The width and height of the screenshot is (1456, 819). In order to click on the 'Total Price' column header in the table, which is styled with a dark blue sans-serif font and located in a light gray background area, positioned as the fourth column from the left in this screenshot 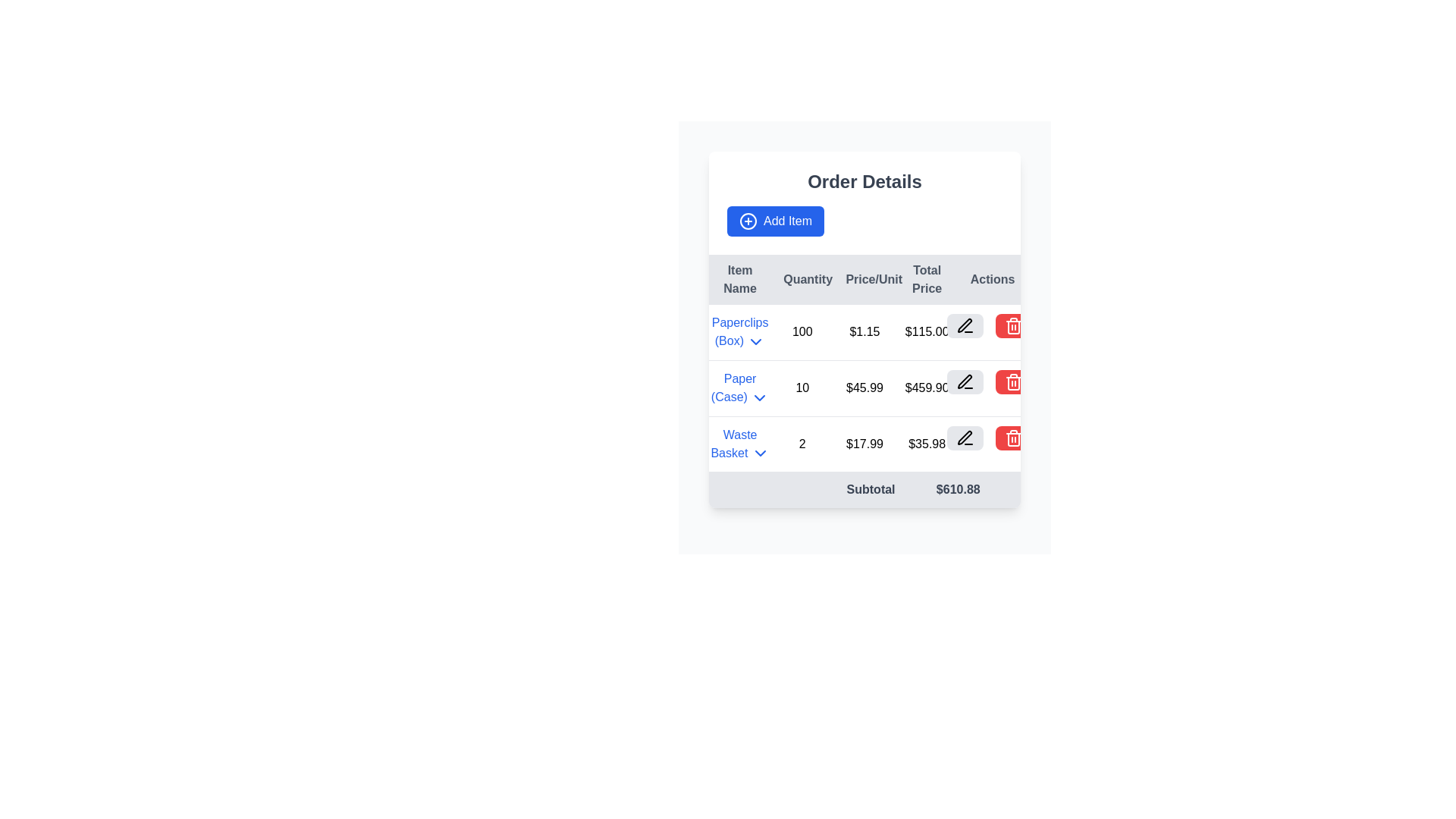, I will do `click(926, 280)`.